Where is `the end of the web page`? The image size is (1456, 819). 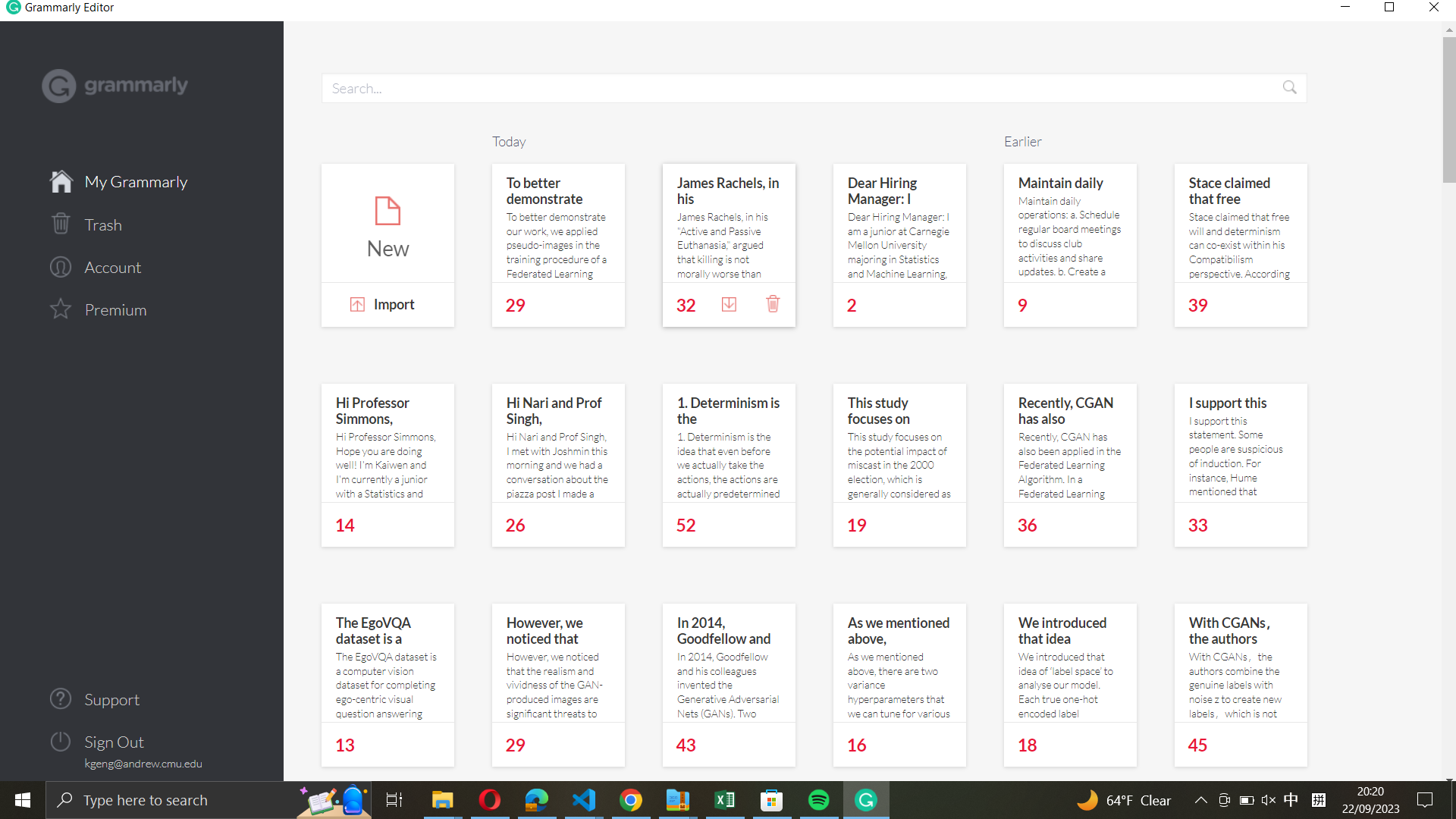
the end of the web page is located at coordinates (1446, 707).